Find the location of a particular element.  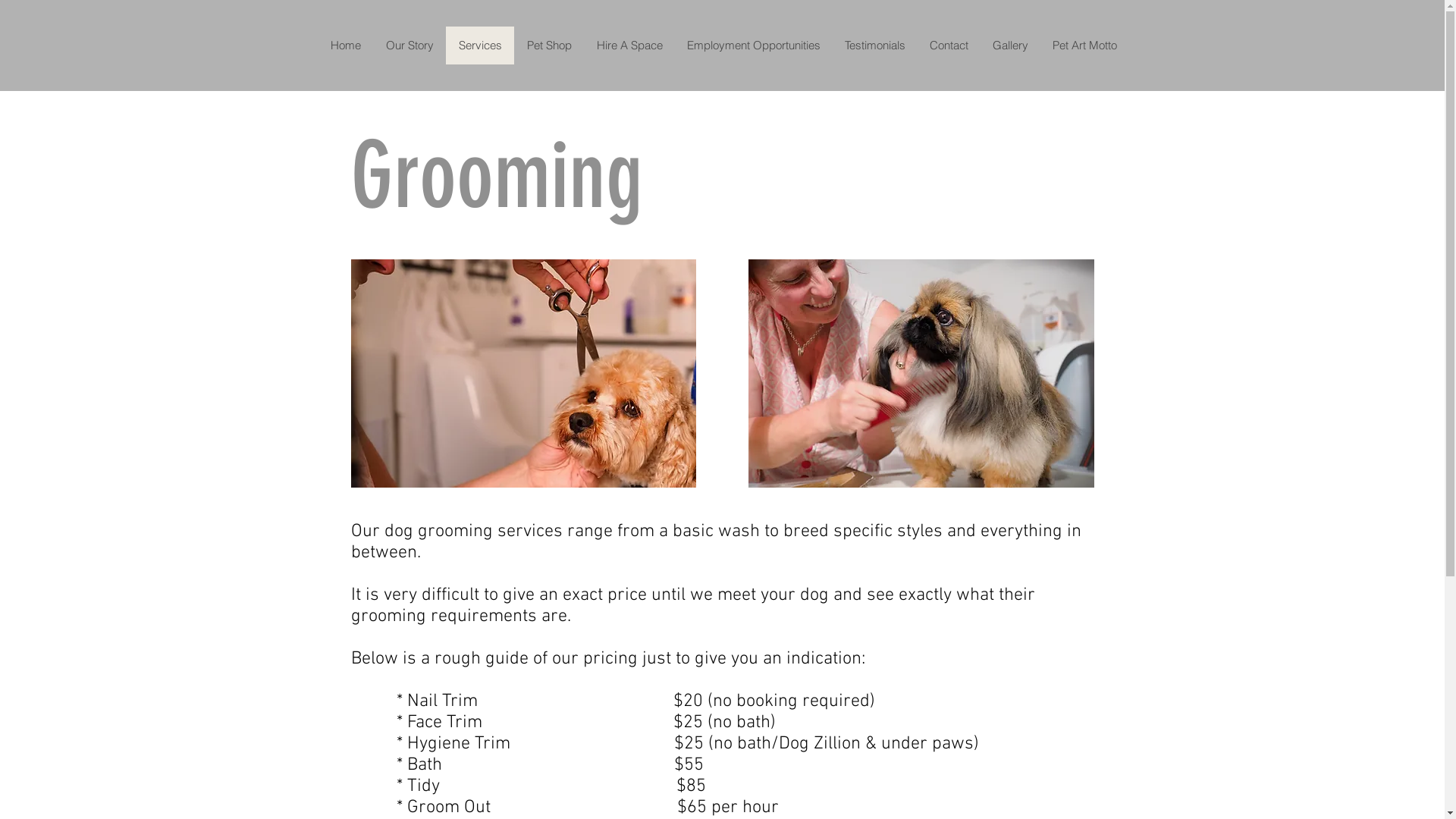

'Hire A Space' is located at coordinates (629, 45).